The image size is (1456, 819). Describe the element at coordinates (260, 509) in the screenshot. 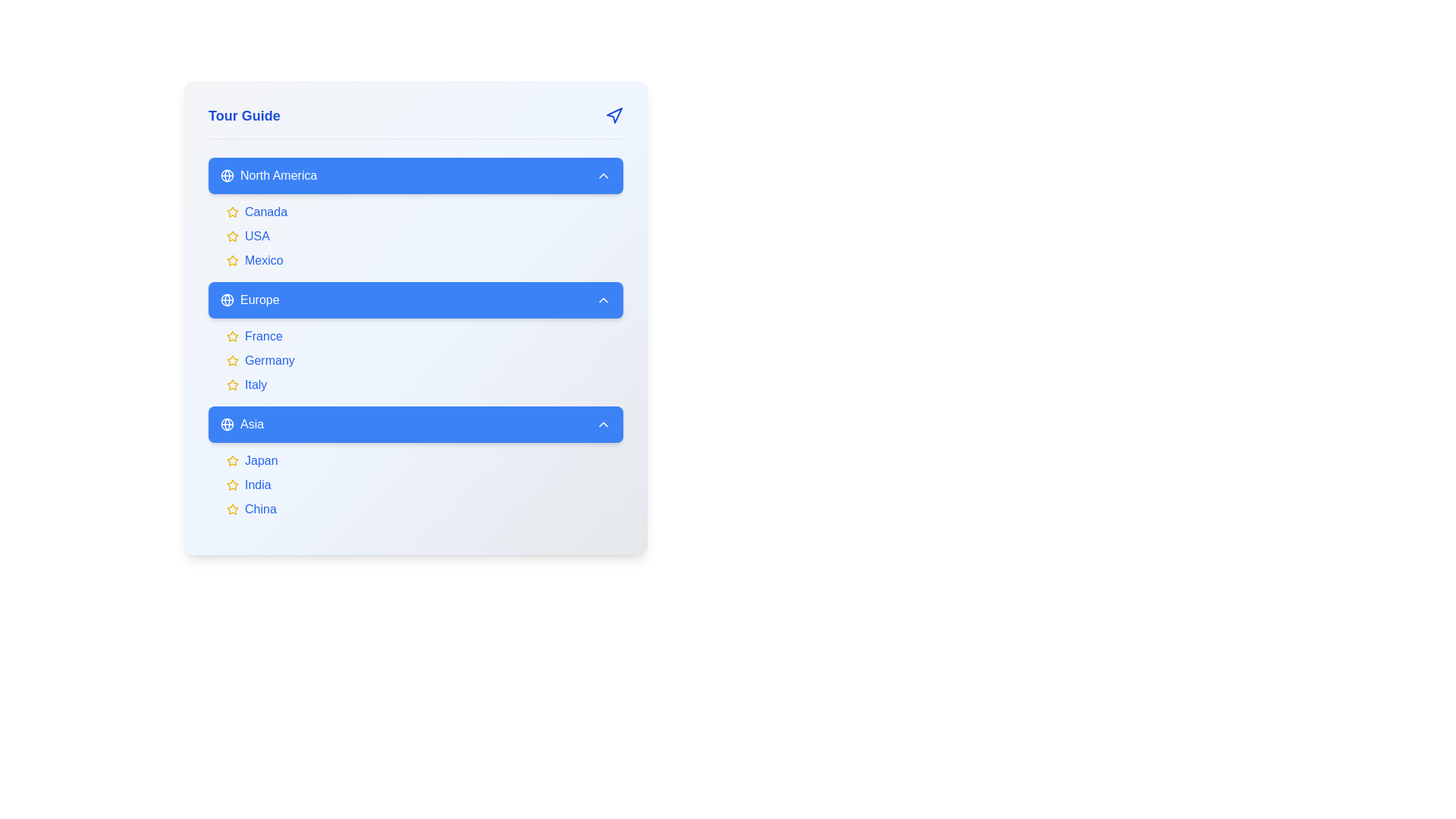

I see `the hyperlink displaying the text 'China' in blue font at the bottom of the 'Asia' subsection` at that location.